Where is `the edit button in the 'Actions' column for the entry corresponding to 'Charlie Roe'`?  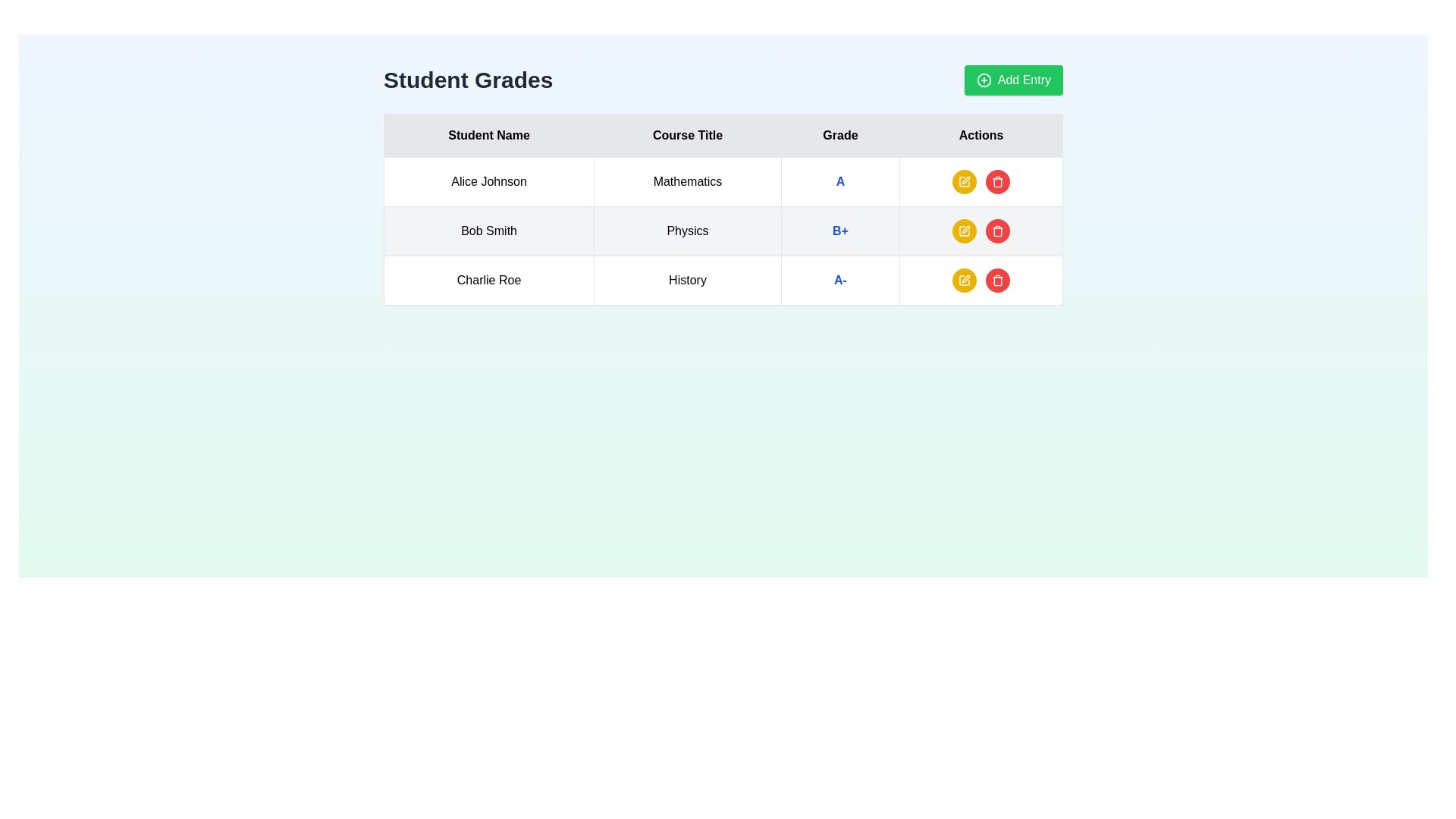 the edit button in the 'Actions' column for the entry corresponding to 'Charlie Roe' is located at coordinates (965, 278).